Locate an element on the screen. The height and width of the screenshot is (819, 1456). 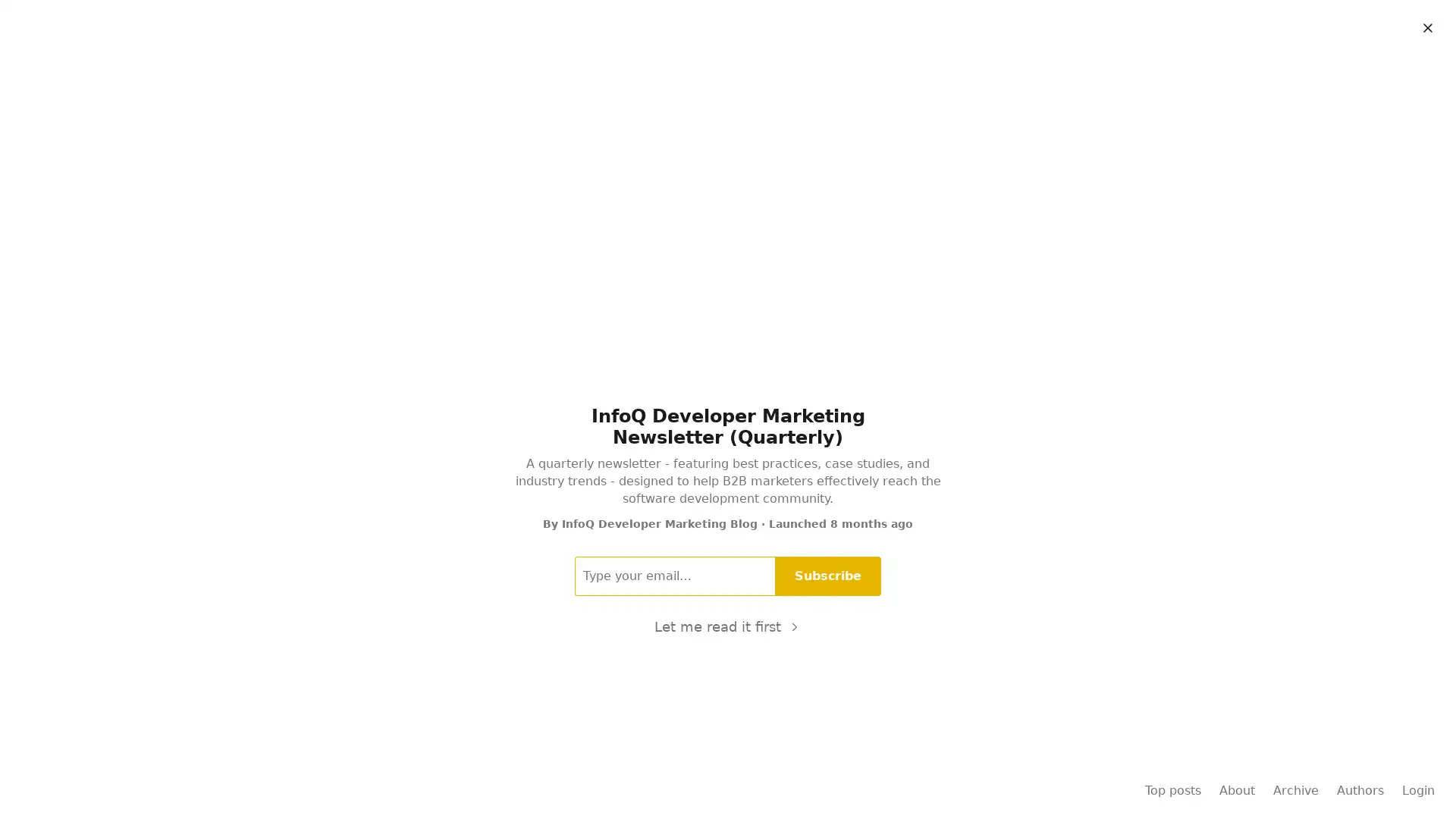
Archive is located at coordinates (895, 66).